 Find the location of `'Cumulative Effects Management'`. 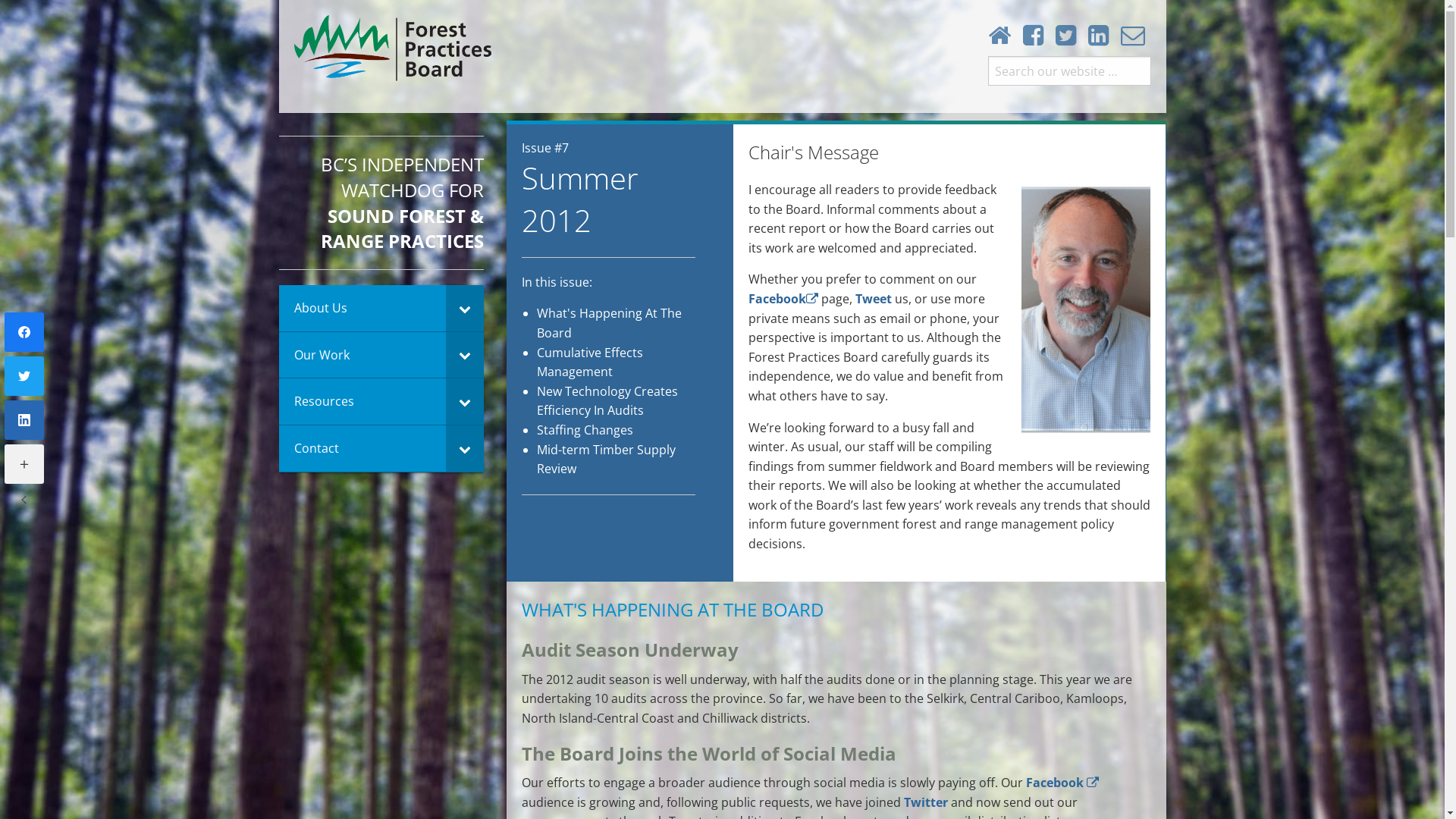

'Cumulative Effects Management' is located at coordinates (588, 362).